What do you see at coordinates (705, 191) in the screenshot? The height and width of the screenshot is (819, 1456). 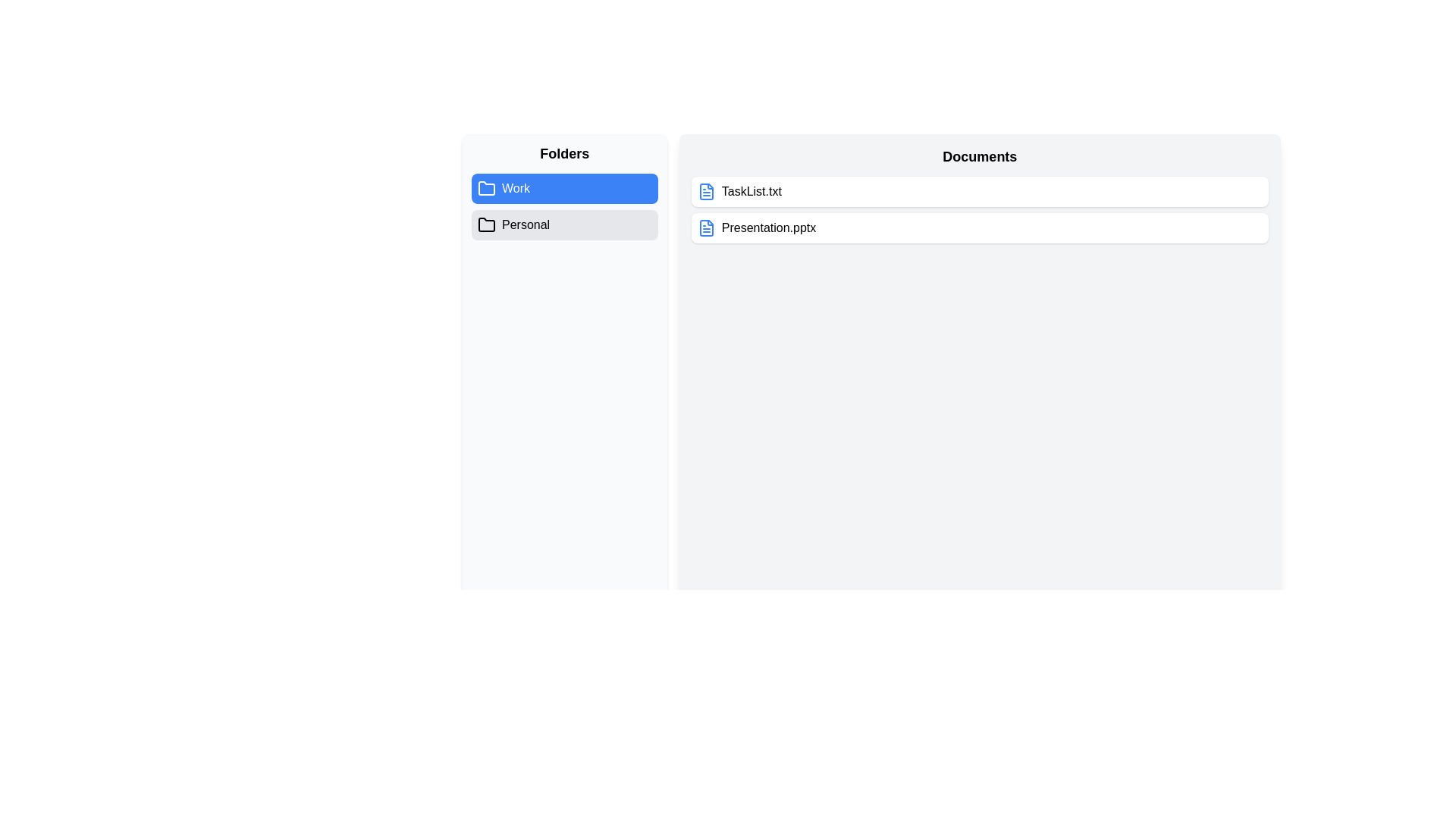 I see `the graphical icon representing the document or file type, which is located to the left of 'TaskList.txt' in the list of document entries` at bounding box center [705, 191].